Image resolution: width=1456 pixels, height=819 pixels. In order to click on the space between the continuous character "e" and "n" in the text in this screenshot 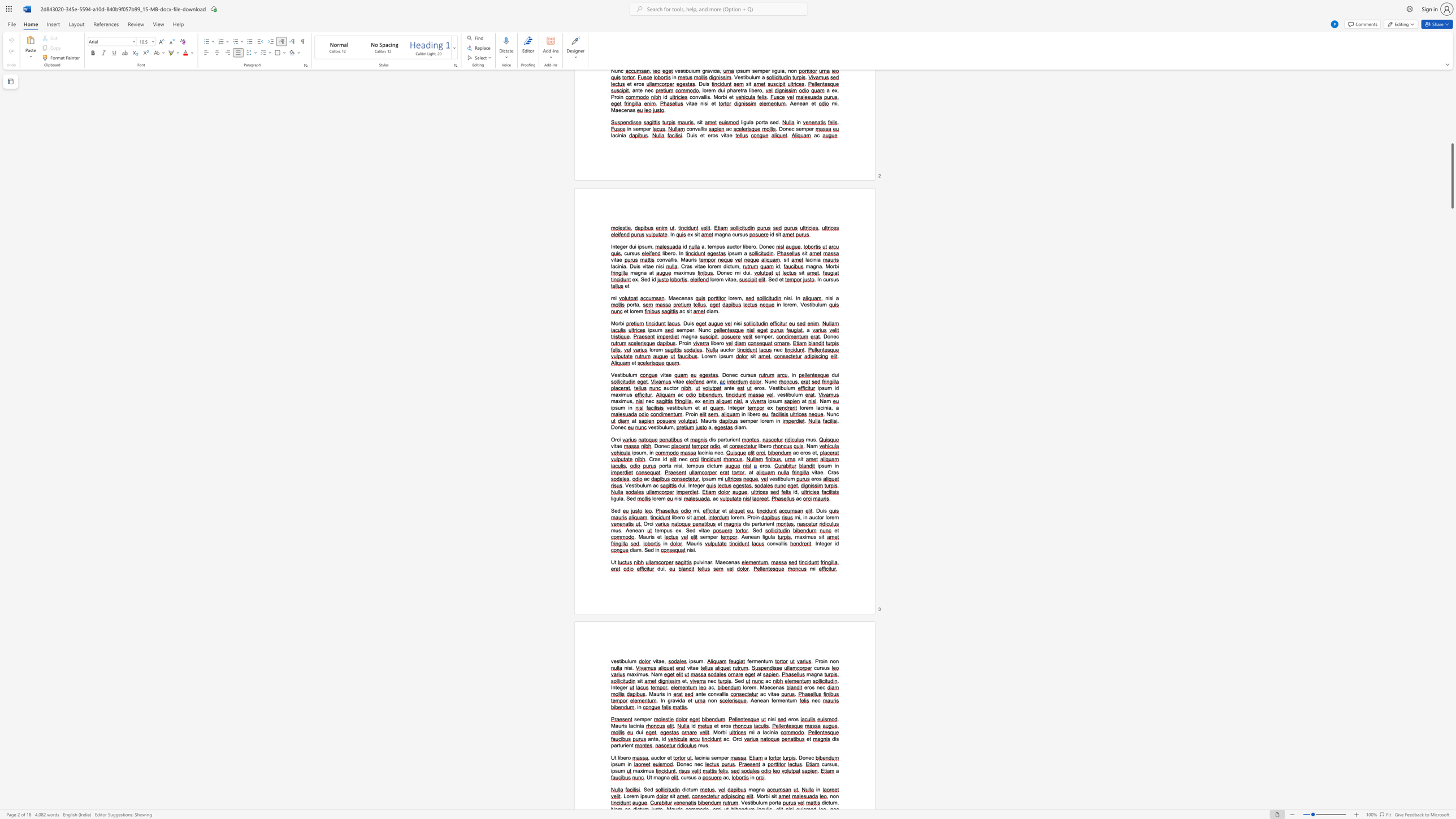, I will do `click(735, 439)`.